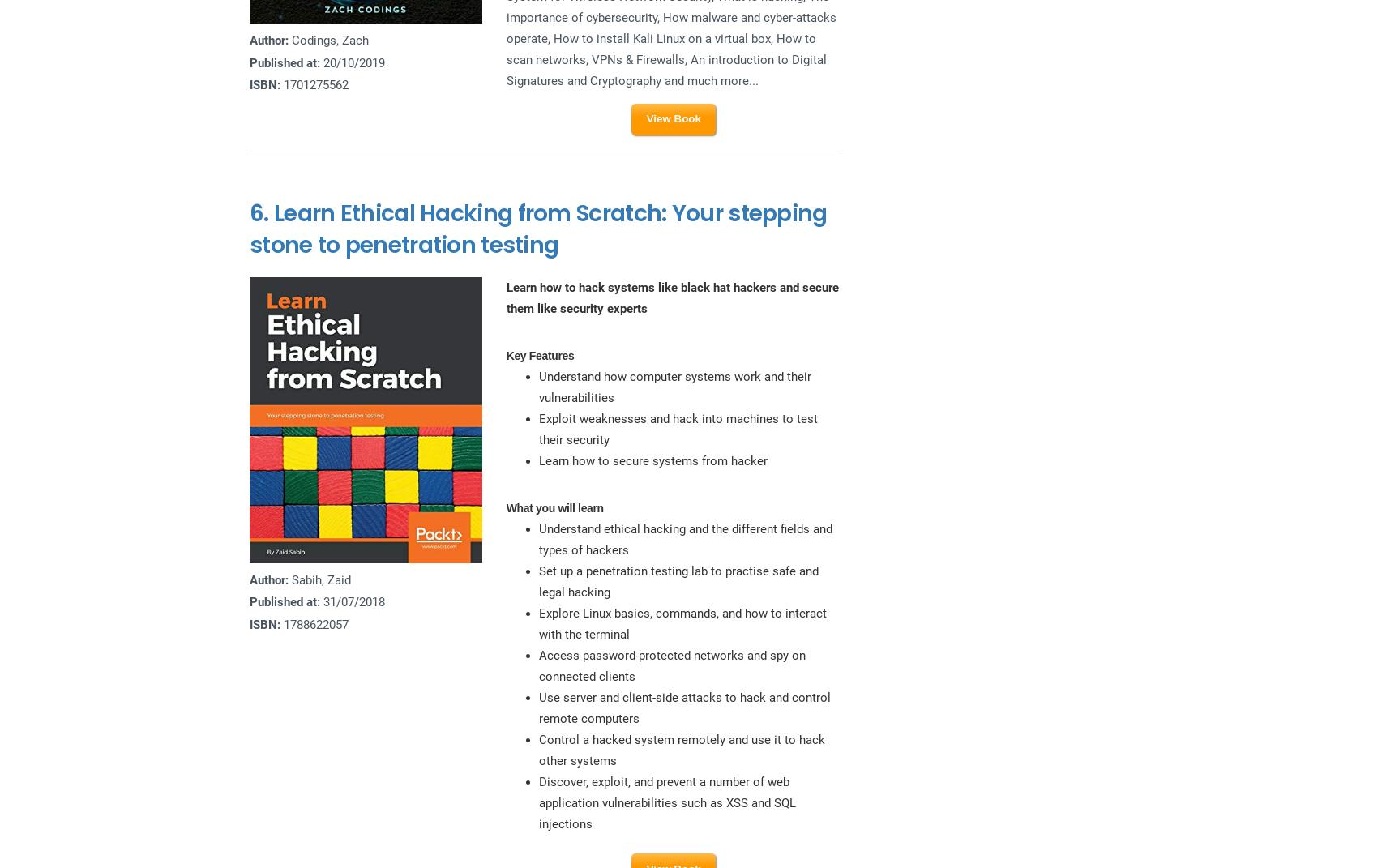 Image resolution: width=1399 pixels, height=868 pixels. Describe the element at coordinates (652, 461) in the screenshot. I see `'Learn how to secure systems from hacker'` at that location.